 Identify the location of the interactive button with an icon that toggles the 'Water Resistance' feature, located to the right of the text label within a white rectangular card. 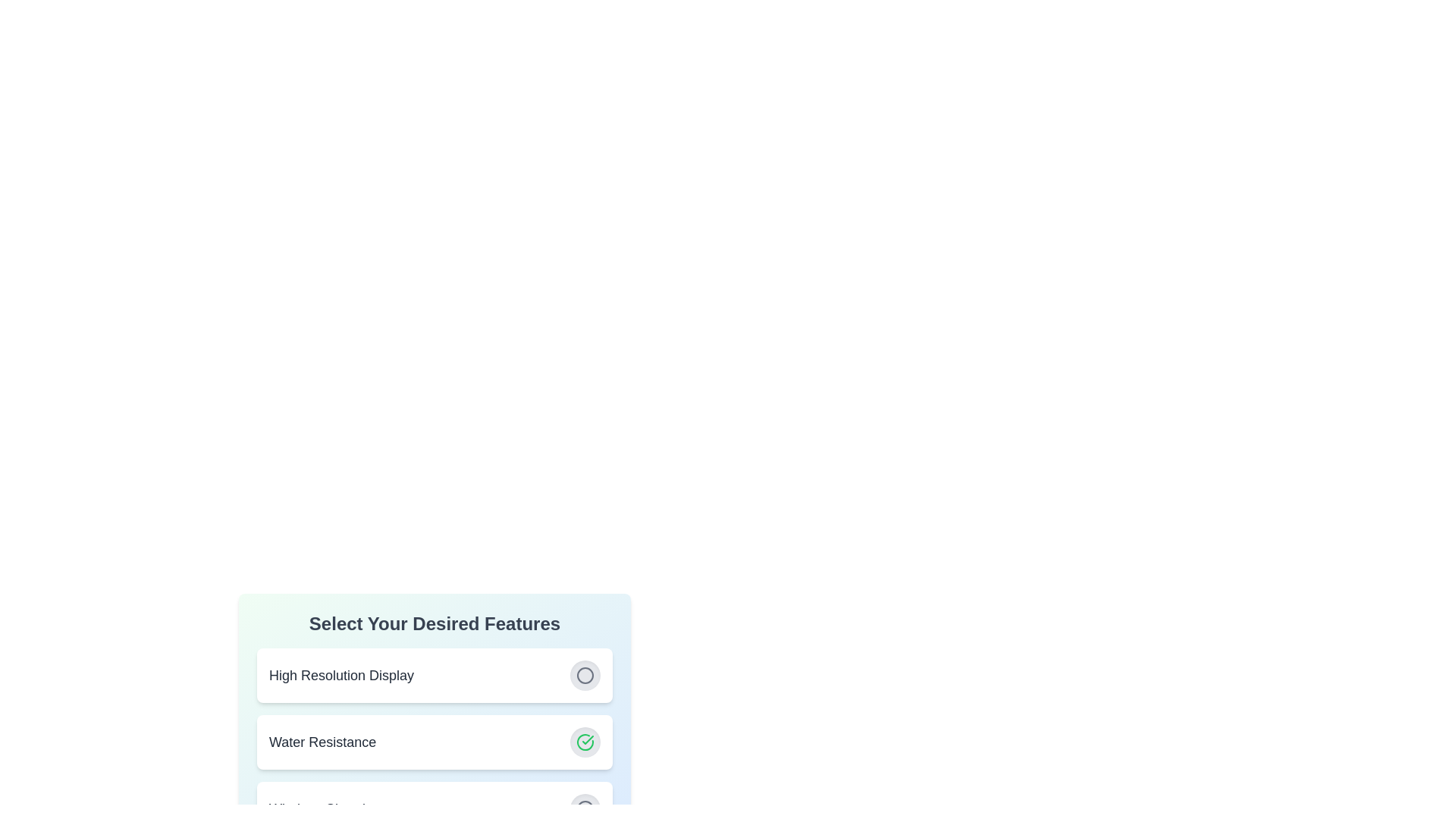
(585, 742).